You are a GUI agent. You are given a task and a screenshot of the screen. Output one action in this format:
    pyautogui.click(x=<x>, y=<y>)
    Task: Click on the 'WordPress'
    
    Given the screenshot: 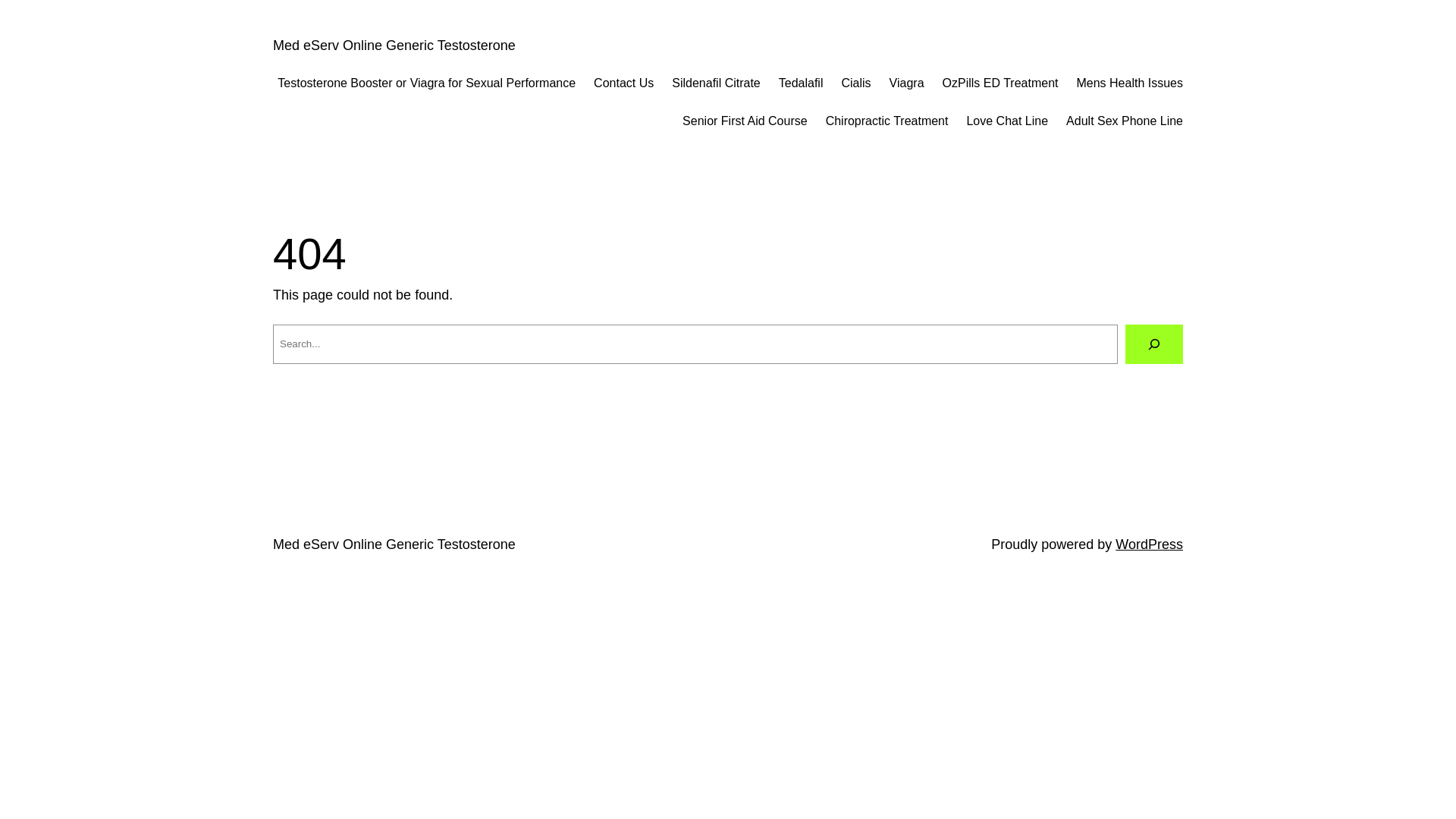 What is the action you would take?
    pyautogui.click(x=1149, y=543)
    